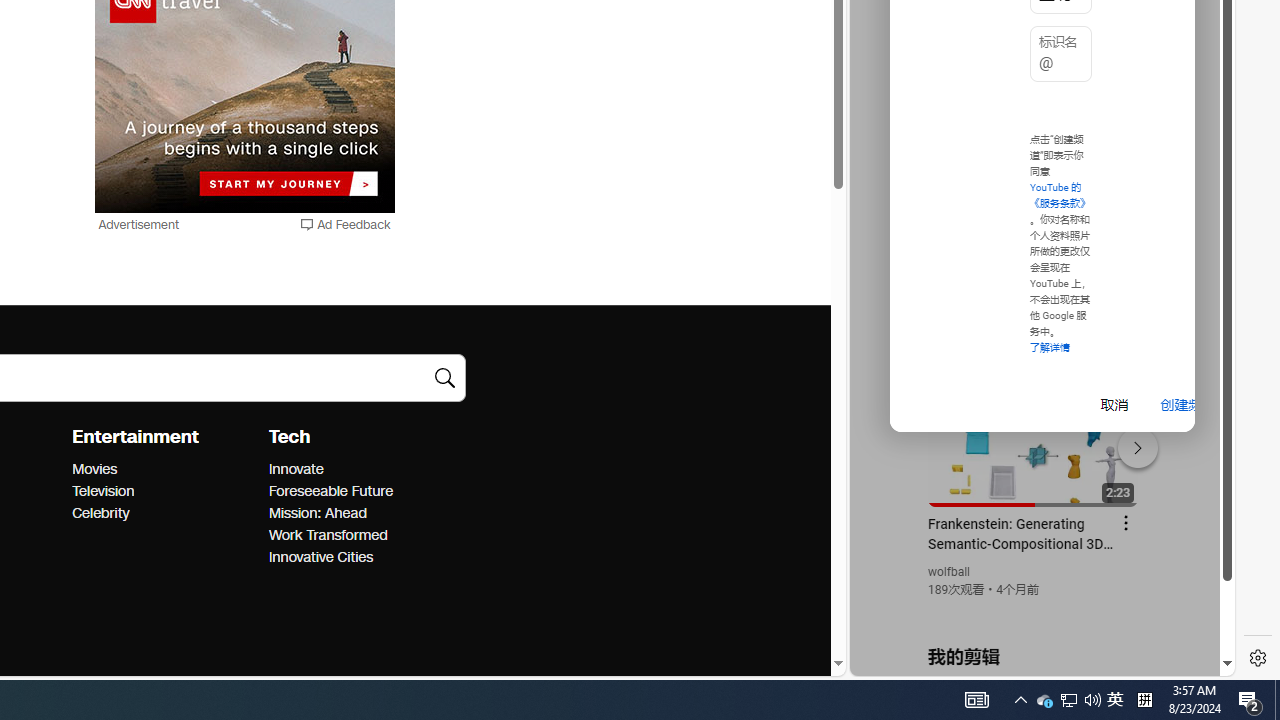 The height and width of the screenshot is (720, 1280). Describe the element at coordinates (1034, 431) in the screenshot. I see `'YouTube'` at that location.